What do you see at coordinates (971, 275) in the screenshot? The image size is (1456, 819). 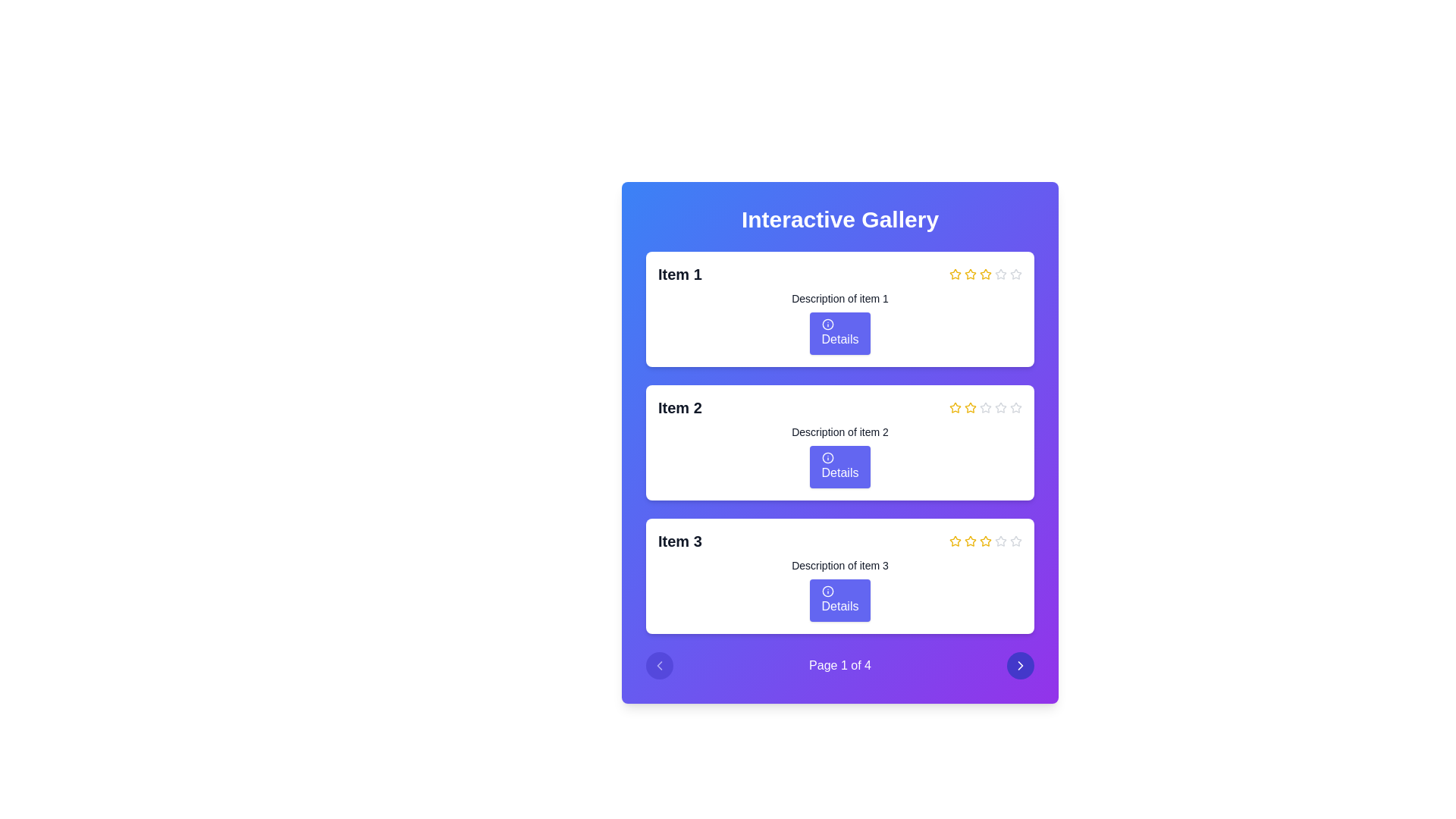 I see `the second star in the star rating indicator of the 'Item 1' card` at bounding box center [971, 275].